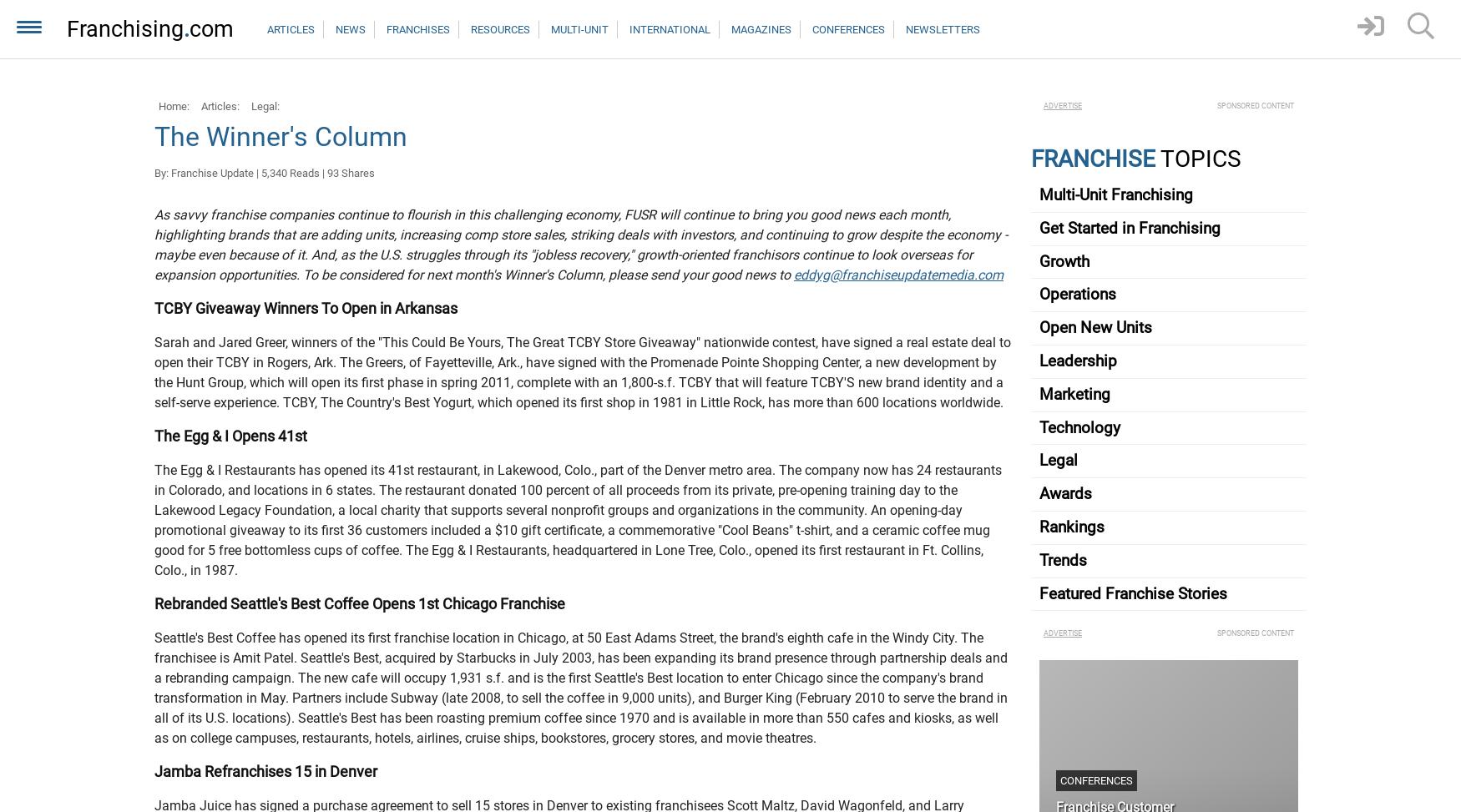 The image size is (1461, 812). What do you see at coordinates (583, 372) in the screenshot?
I see `'Sarah and Jared Greer, winners of the "This Could Be Yours, The Great TCBY Store Giveaway" nationwide contest, have signed a real estate deal to open their TCBY in Rogers, Ark. The Greers, of Fayetteville, Ark., have signed with the Promenade Pointe Shopping Center, a new development by the Hunt Group, which will open its first phase in spring 2011, complete with an 1,800-s.f. TCBY that will feature TCBY'S new brand identity and a self-serve experience. TCBY, The Country's Best Yogurt, which opened its first shop in 1981 in Little Rock, has more than 600 locations worldwide.'` at bounding box center [583, 372].